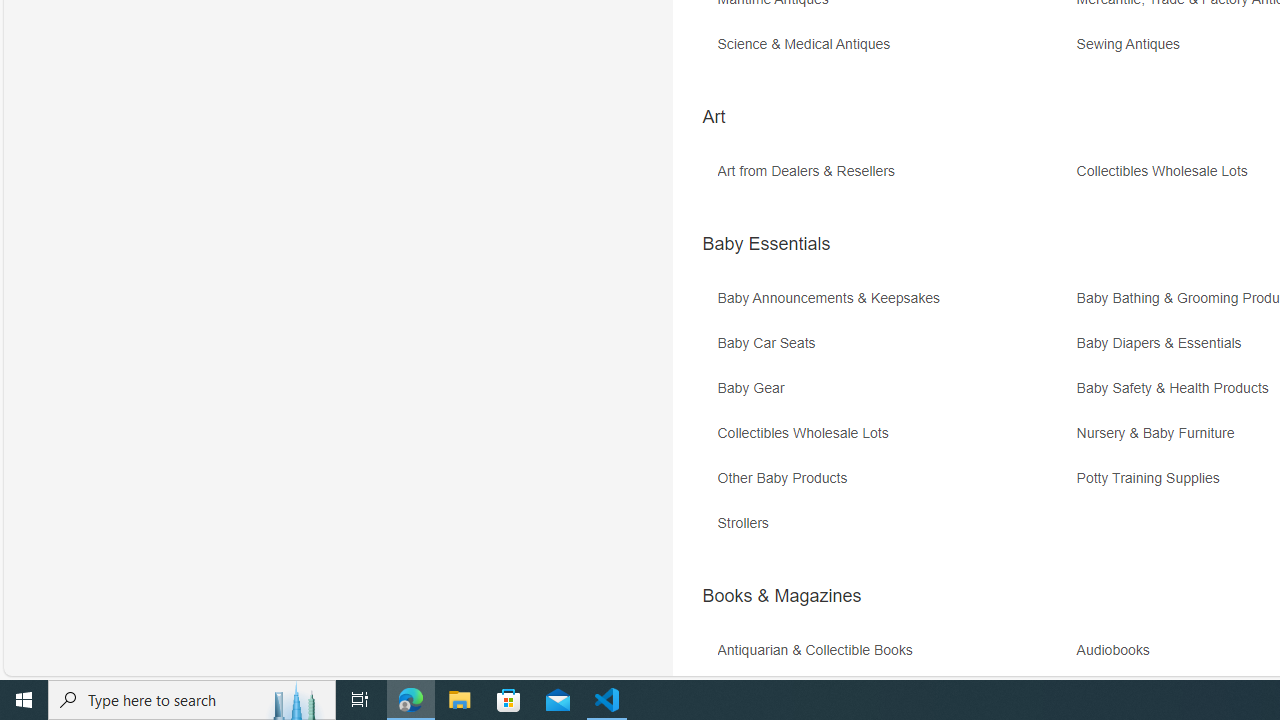  I want to click on 'Art', so click(713, 117).